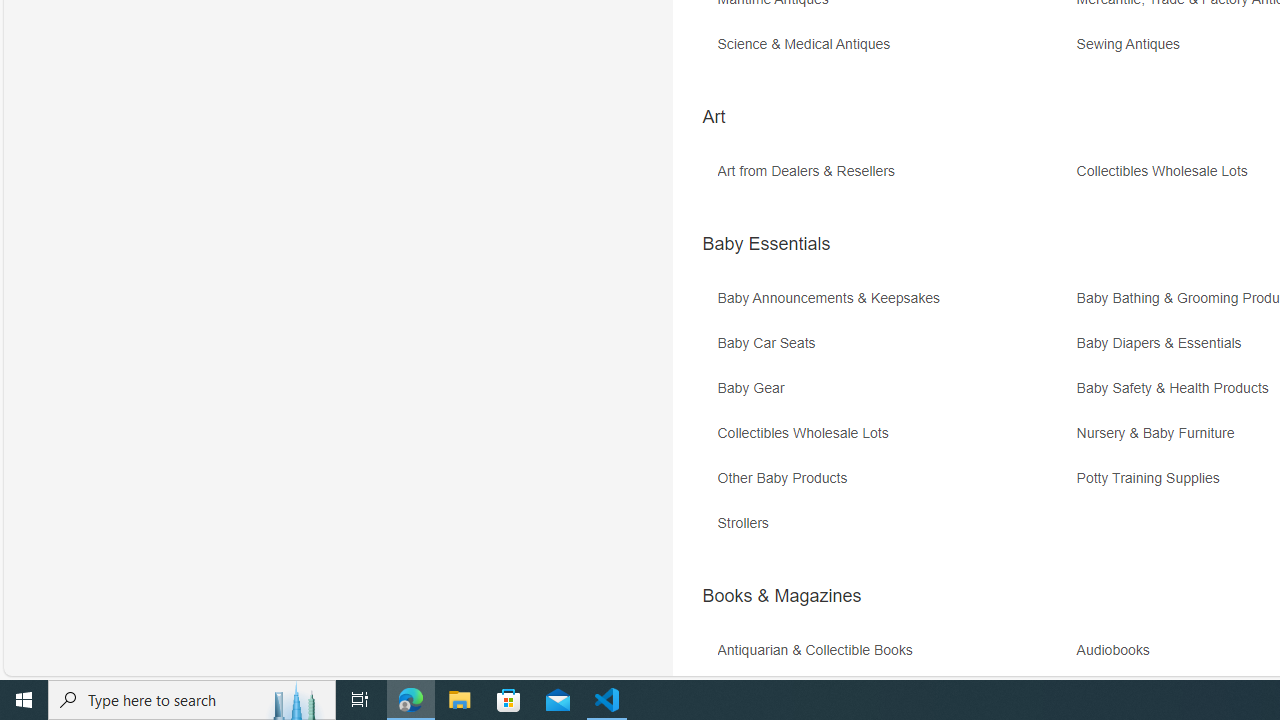  I want to click on 'Art', so click(713, 117).